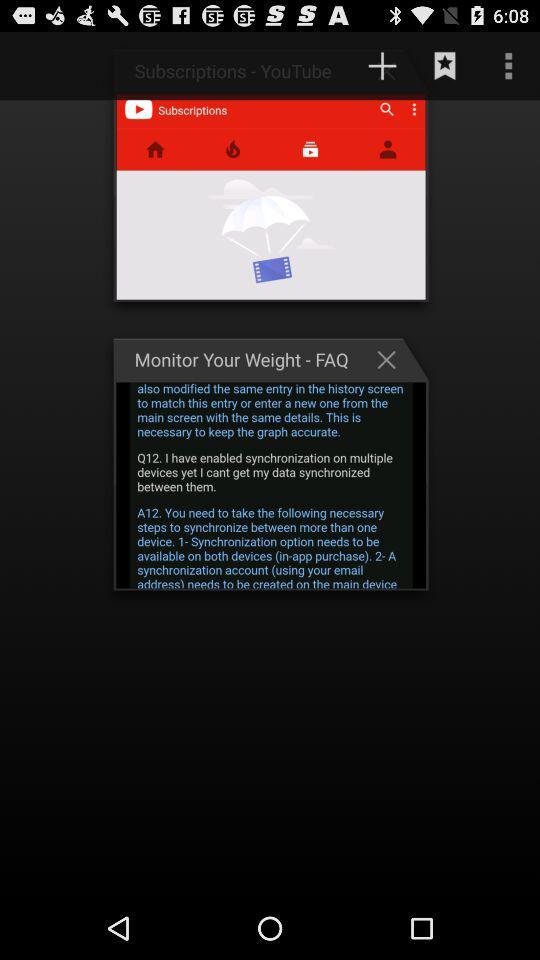 This screenshot has height=960, width=540. What do you see at coordinates (445, 70) in the screenshot?
I see `the bookmark icon` at bounding box center [445, 70].